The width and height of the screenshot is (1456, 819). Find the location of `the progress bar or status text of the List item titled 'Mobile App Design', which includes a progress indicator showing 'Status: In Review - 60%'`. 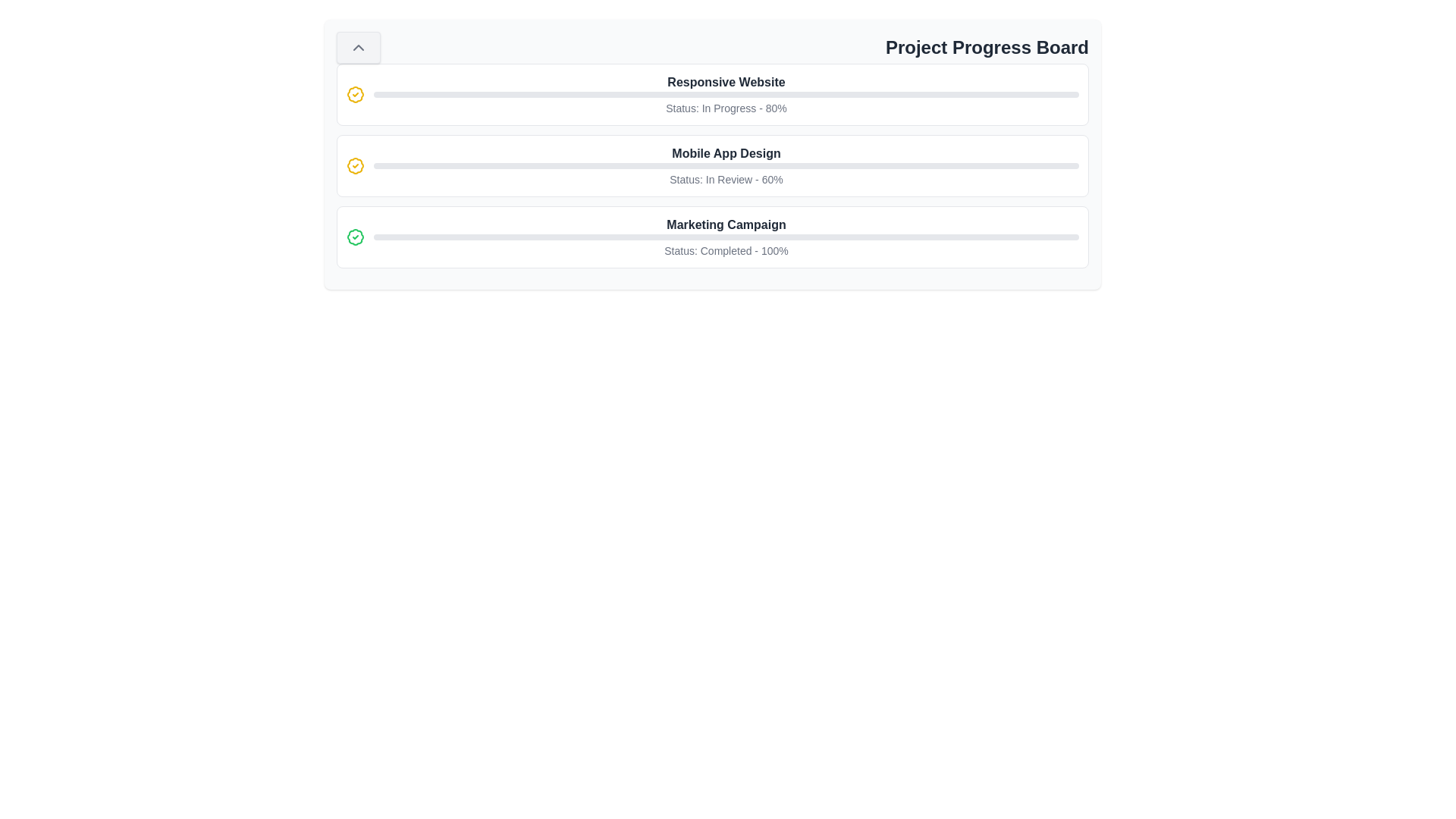

the progress bar or status text of the List item titled 'Mobile App Design', which includes a progress indicator showing 'Status: In Review - 60%' is located at coordinates (726, 166).